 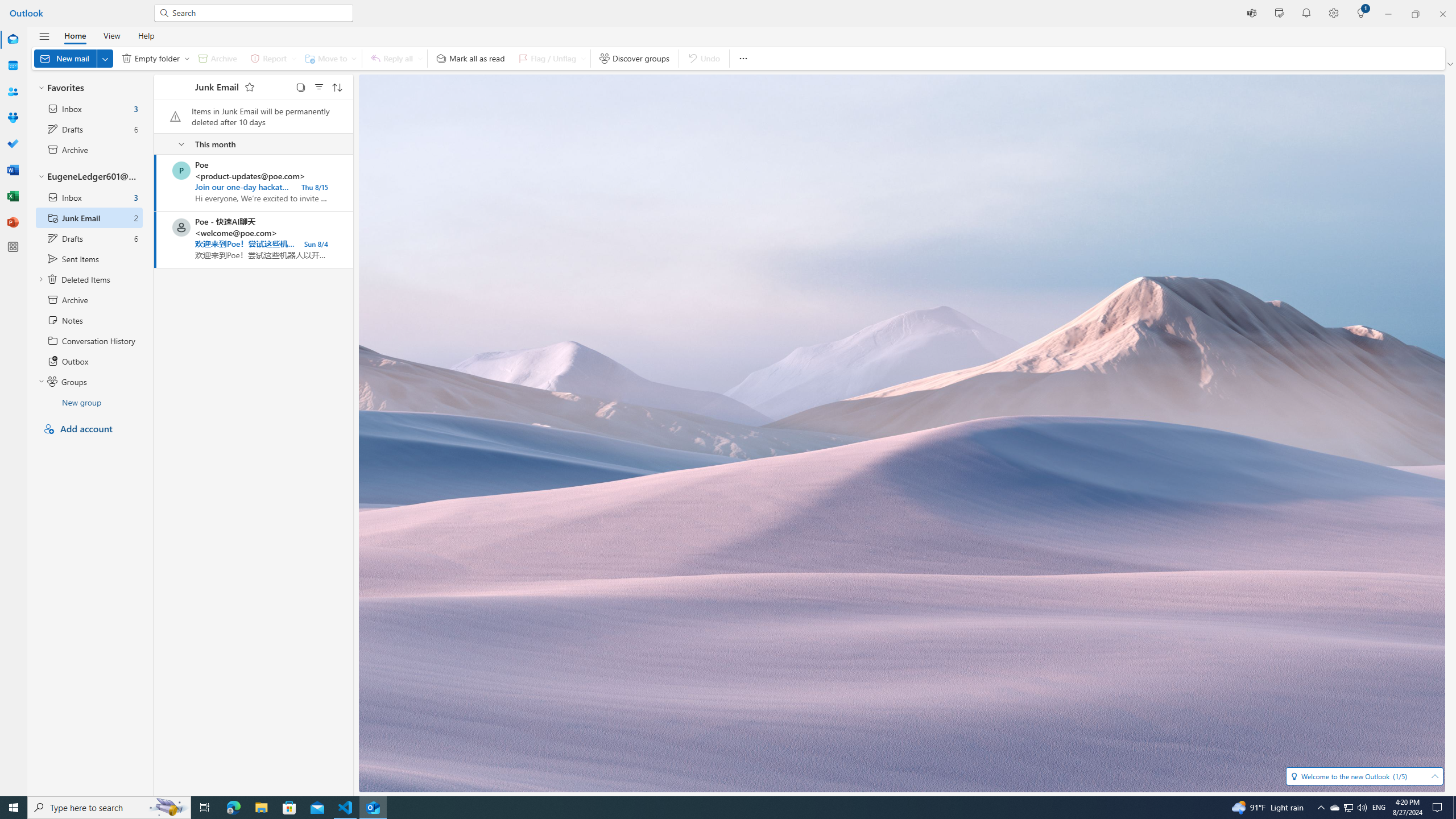 What do you see at coordinates (419, 58) in the screenshot?
I see `'Expand to see more respond options'` at bounding box center [419, 58].